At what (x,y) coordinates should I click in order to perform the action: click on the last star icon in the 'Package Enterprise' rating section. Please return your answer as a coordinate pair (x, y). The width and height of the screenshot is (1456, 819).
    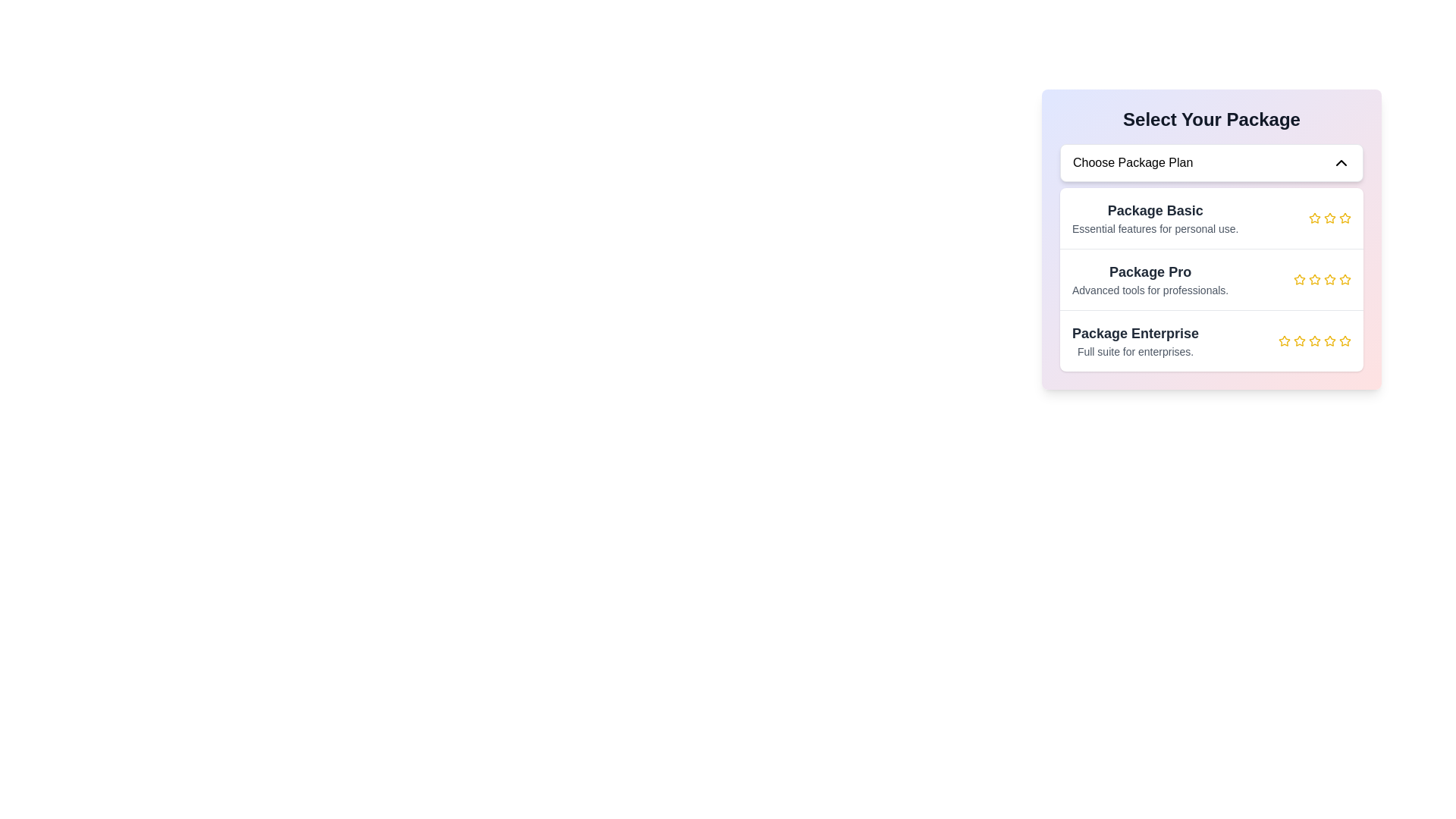
    Looking at the image, I should click on (1313, 340).